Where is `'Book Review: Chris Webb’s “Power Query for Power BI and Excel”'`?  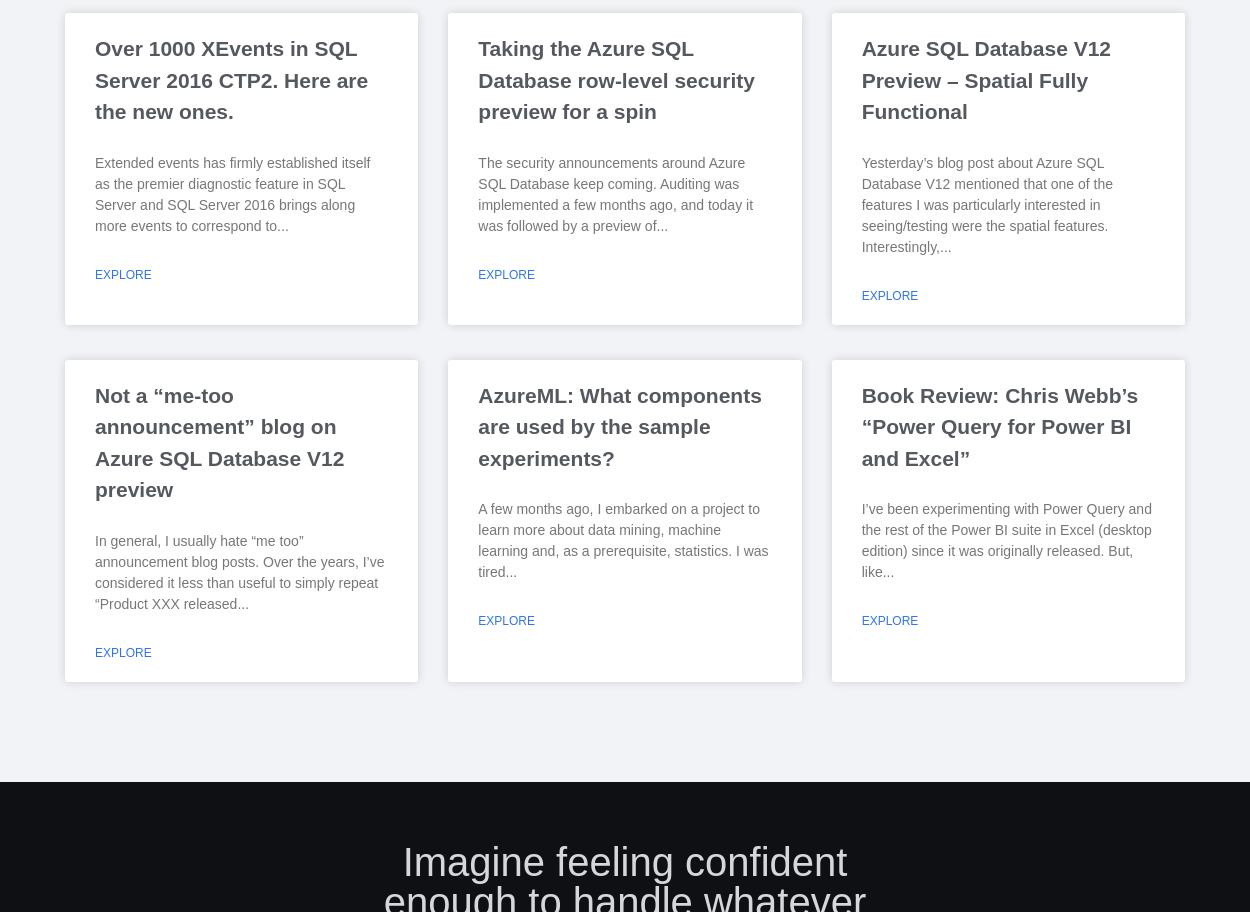
'Book Review: Chris Webb’s “Power Query for Power BI and Excel”' is located at coordinates (860, 424).